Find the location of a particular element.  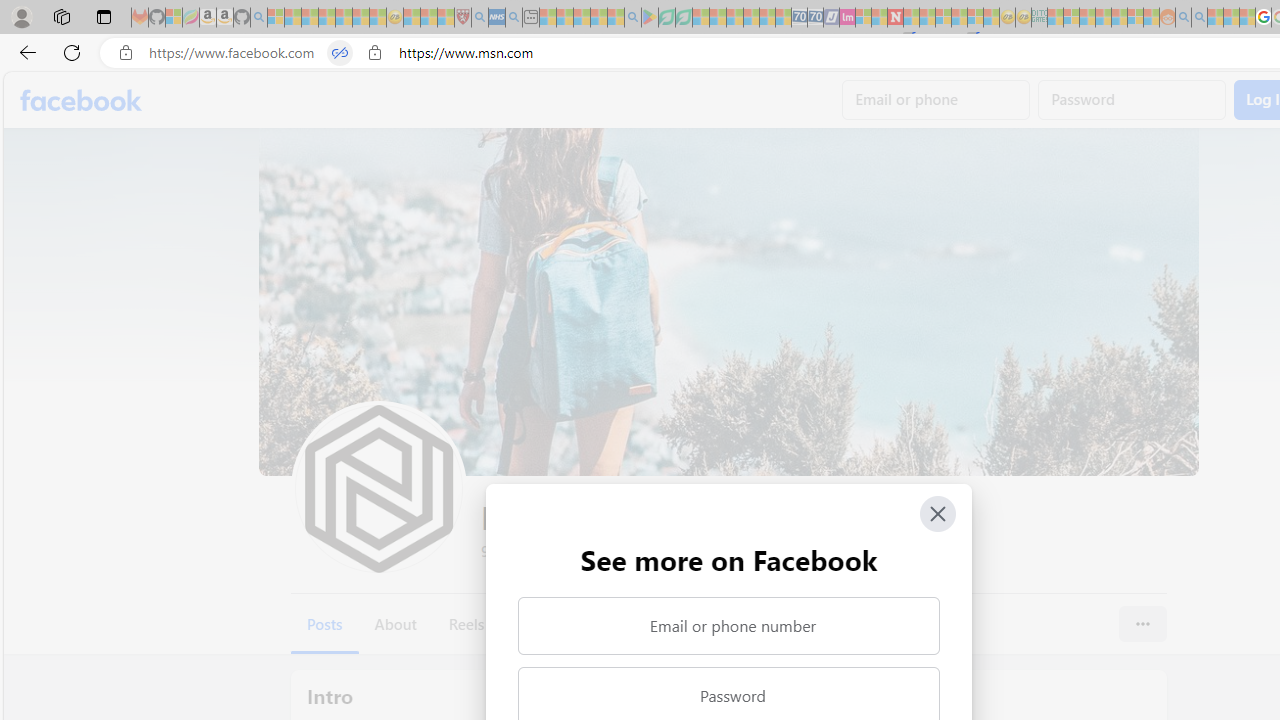

'Microsoft-Report a Concern to Bing - Sleeping' is located at coordinates (174, 17).